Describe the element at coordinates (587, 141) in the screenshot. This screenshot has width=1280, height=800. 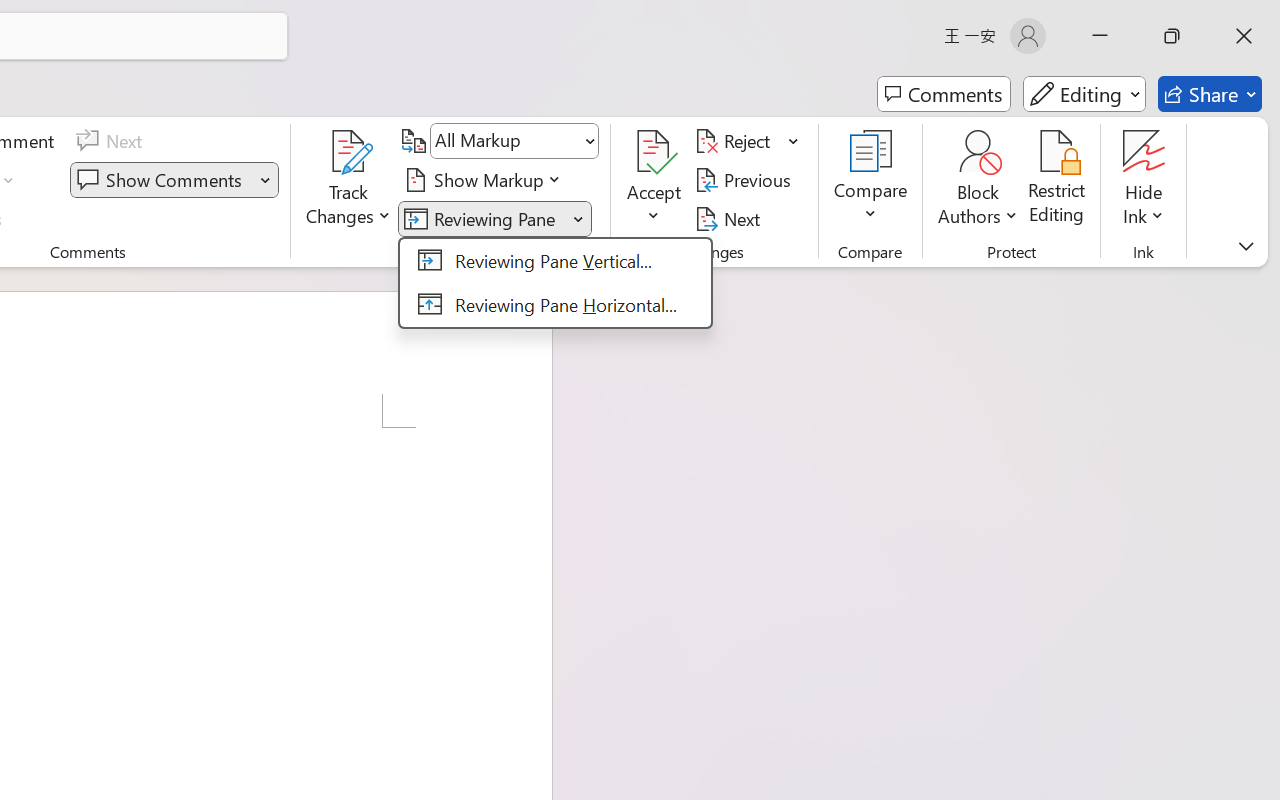
I see `'Open'` at that location.